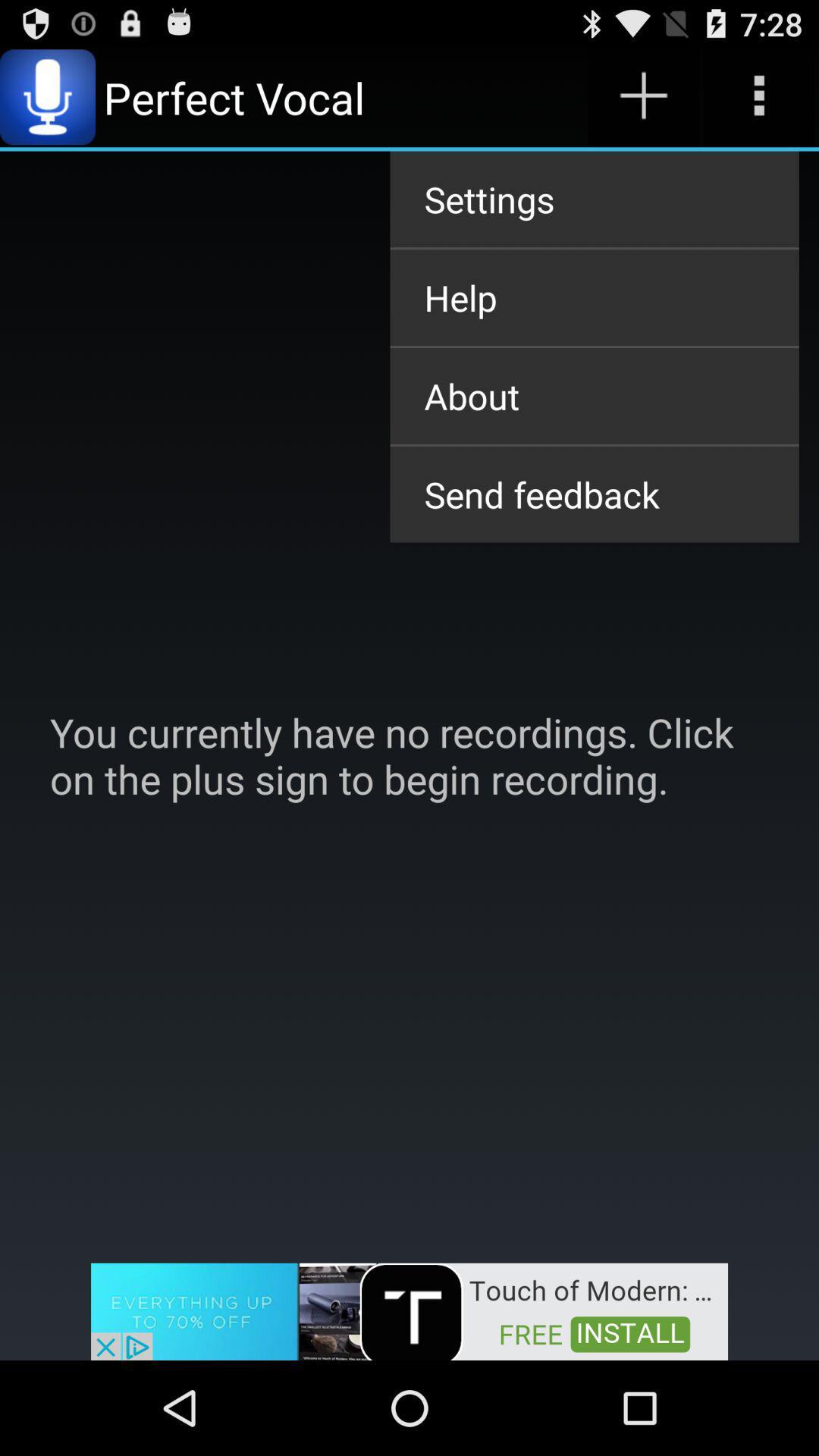 Image resolution: width=819 pixels, height=1456 pixels. What do you see at coordinates (759, 103) in the screenshot?
I see `the more icon` at bounding box center [759, 103].